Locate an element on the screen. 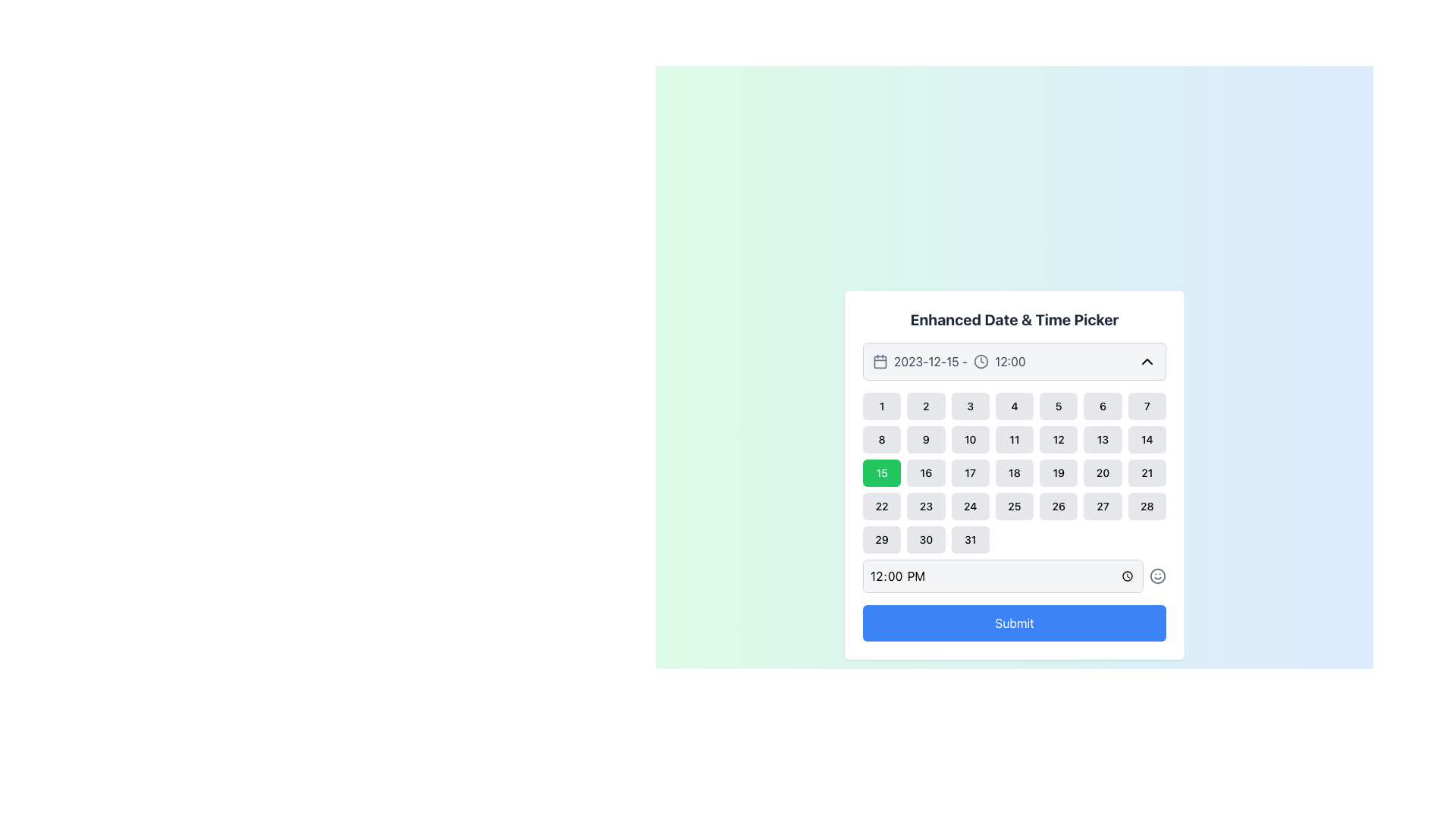 This screenshot has height=819, width=1456. the date button representing the selectable date '27' in the date picker interface is located at coordinates (1103, 506).